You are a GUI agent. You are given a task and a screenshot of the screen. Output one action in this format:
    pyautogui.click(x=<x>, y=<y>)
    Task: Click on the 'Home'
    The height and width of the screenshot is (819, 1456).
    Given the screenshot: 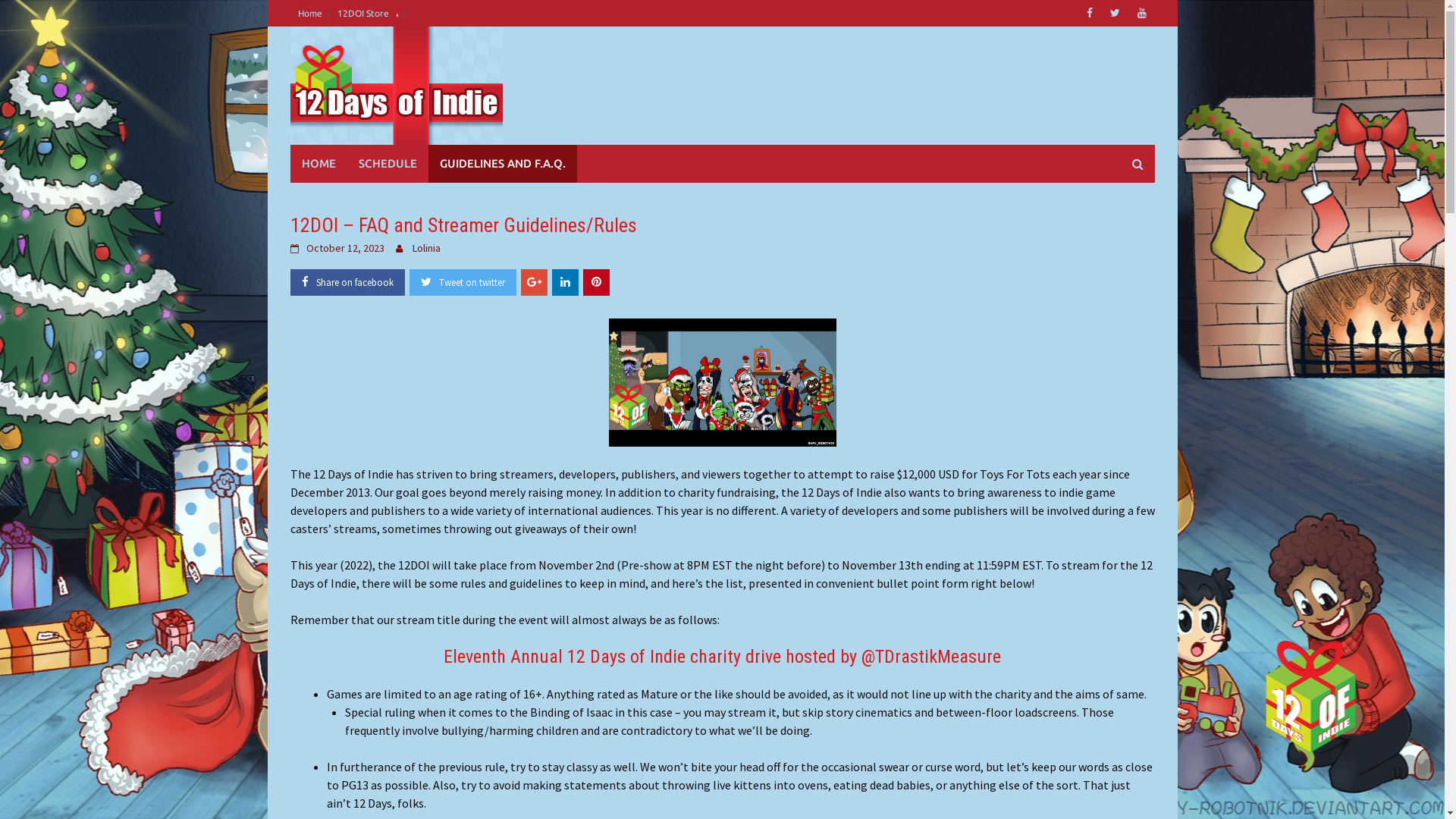 What is the action you would take?
    pyautogui.click(x=290, y=13)
    